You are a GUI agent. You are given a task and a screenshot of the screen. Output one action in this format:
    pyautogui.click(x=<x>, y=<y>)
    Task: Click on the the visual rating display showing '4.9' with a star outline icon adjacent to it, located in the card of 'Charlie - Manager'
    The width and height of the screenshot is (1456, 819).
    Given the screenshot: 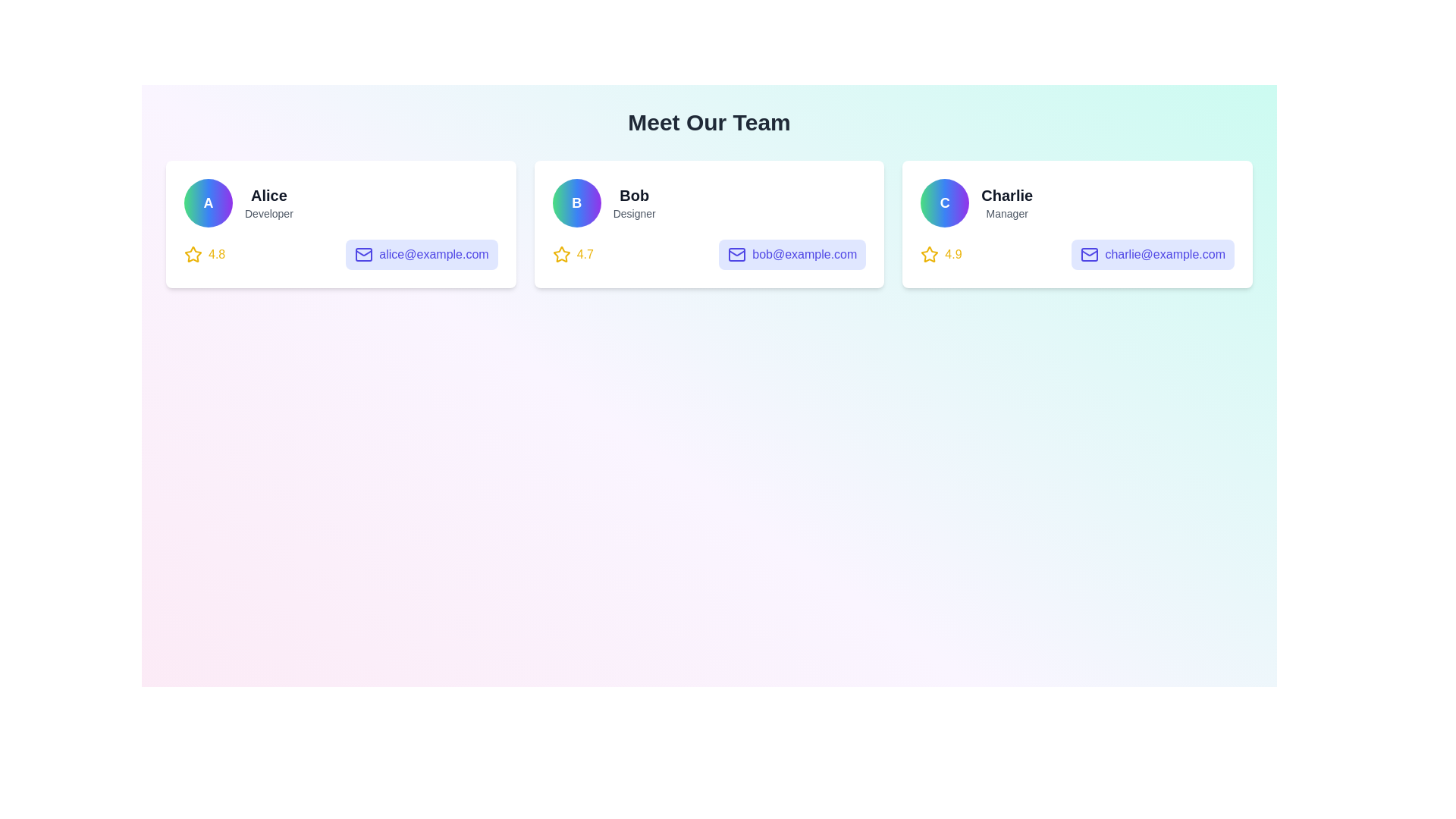 What is the action you would take?
    pyautogui.click(x=940, y=253)
    